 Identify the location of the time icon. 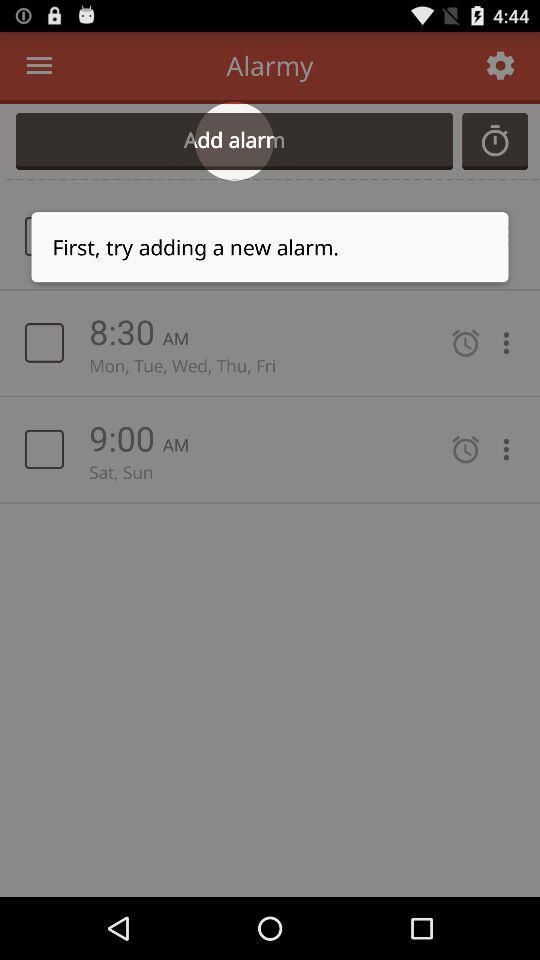
(494, 150).